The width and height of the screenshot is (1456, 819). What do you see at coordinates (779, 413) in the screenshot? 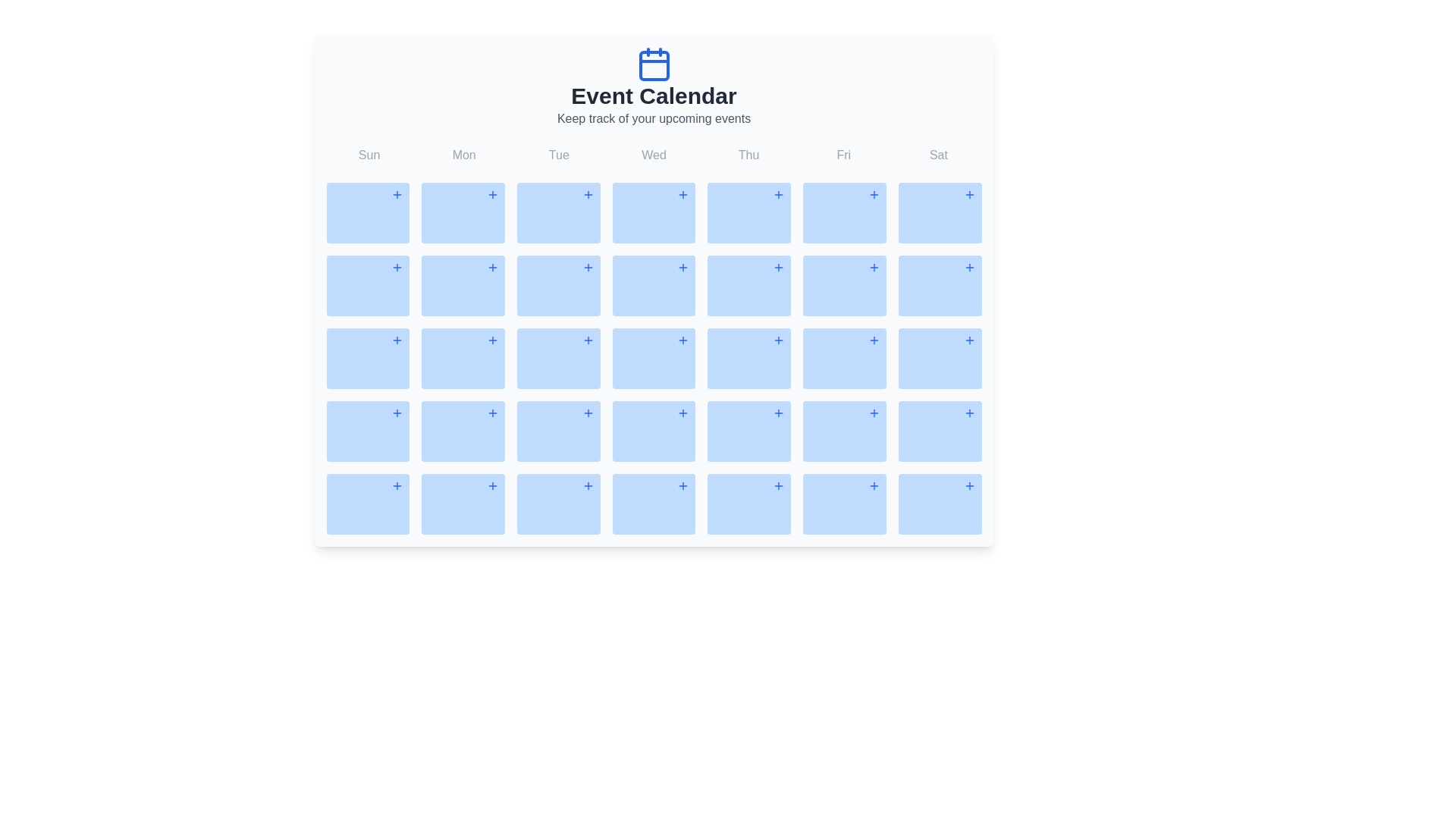
I see `the small blue plus-shaped icon located in the center of the fifth row, fourth column of the calendar grid` at bounding box center [779, 413].